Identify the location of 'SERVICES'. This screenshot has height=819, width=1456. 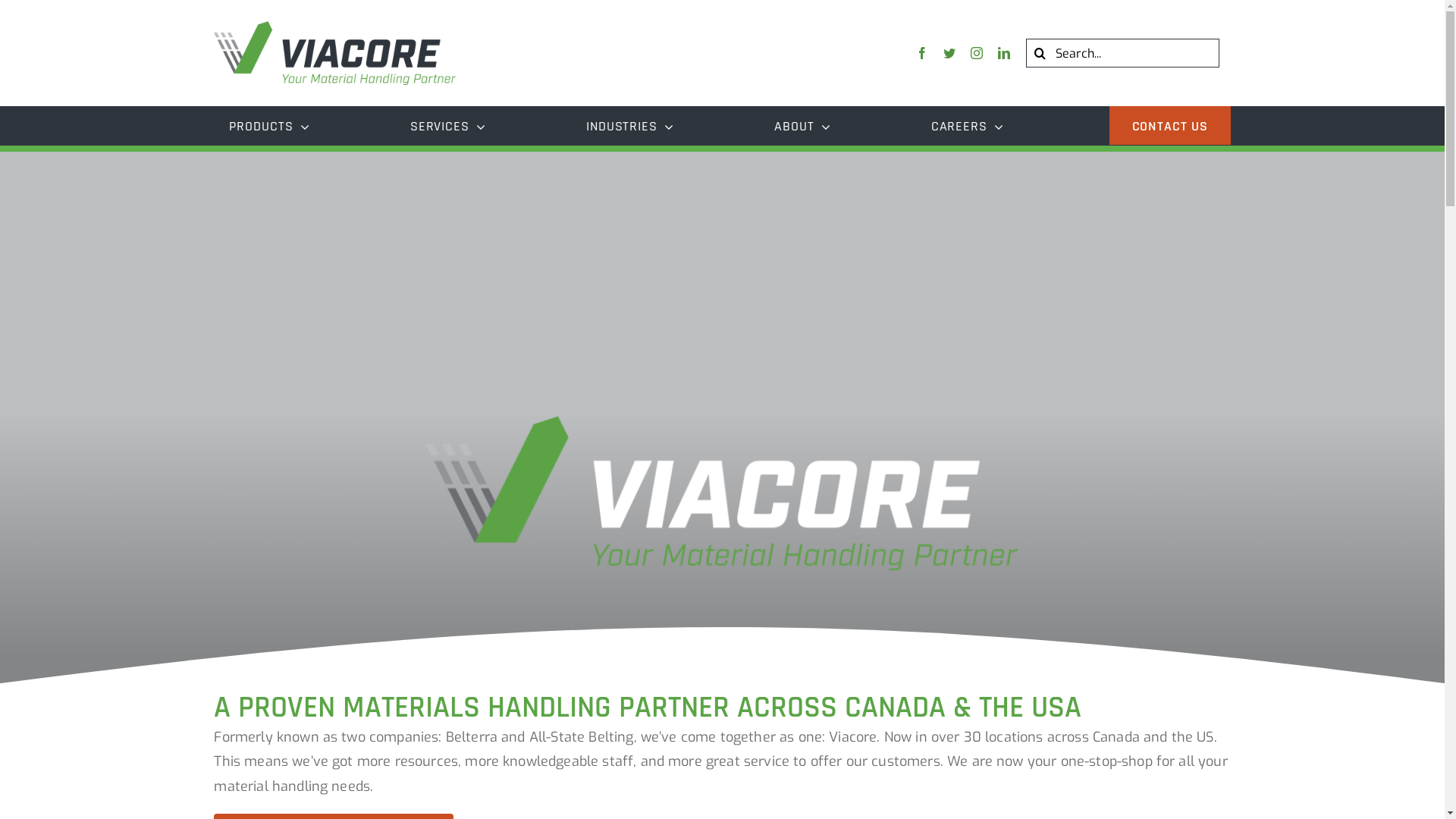
(395, 124).